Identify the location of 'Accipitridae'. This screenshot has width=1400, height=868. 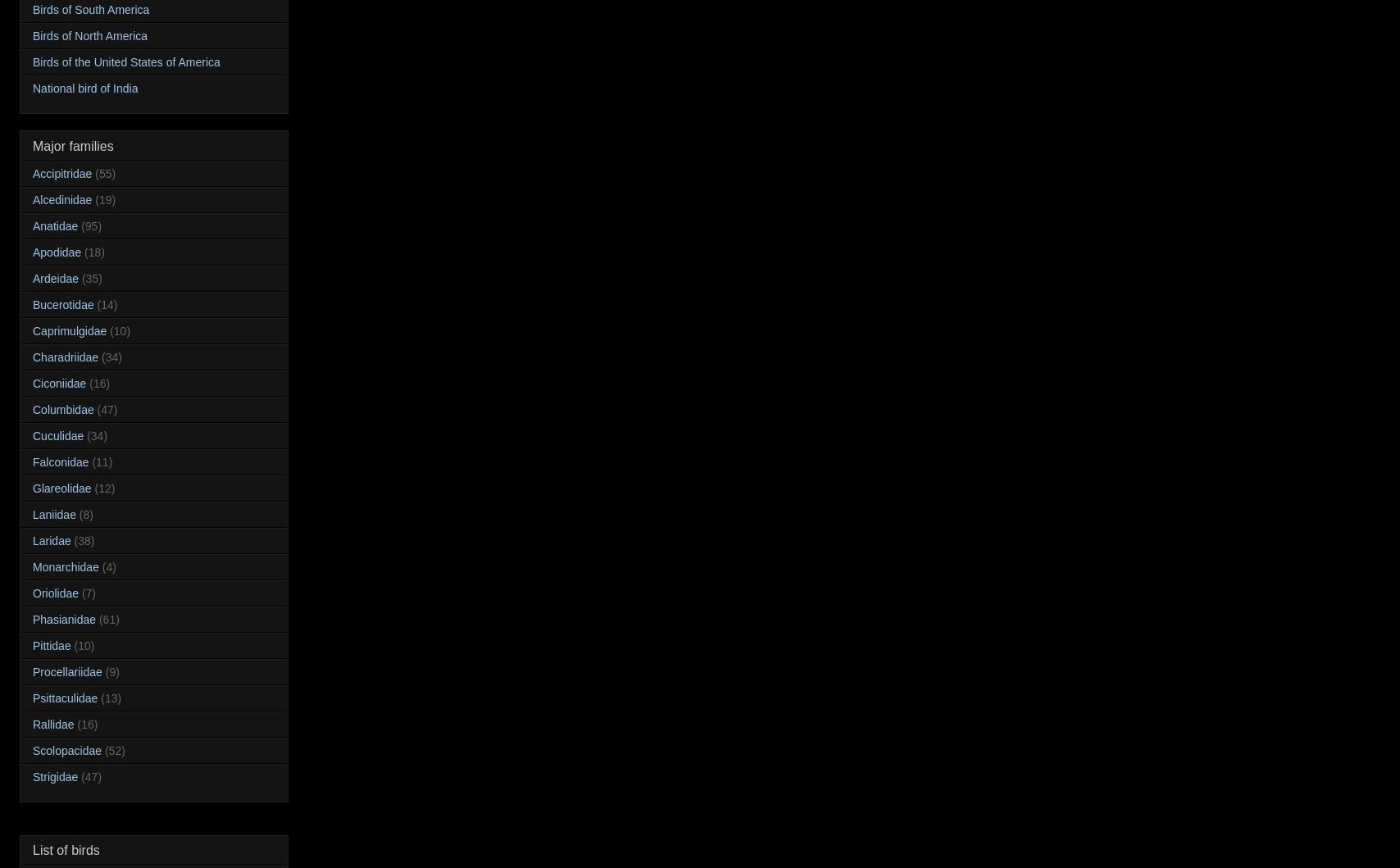
(62, 171).